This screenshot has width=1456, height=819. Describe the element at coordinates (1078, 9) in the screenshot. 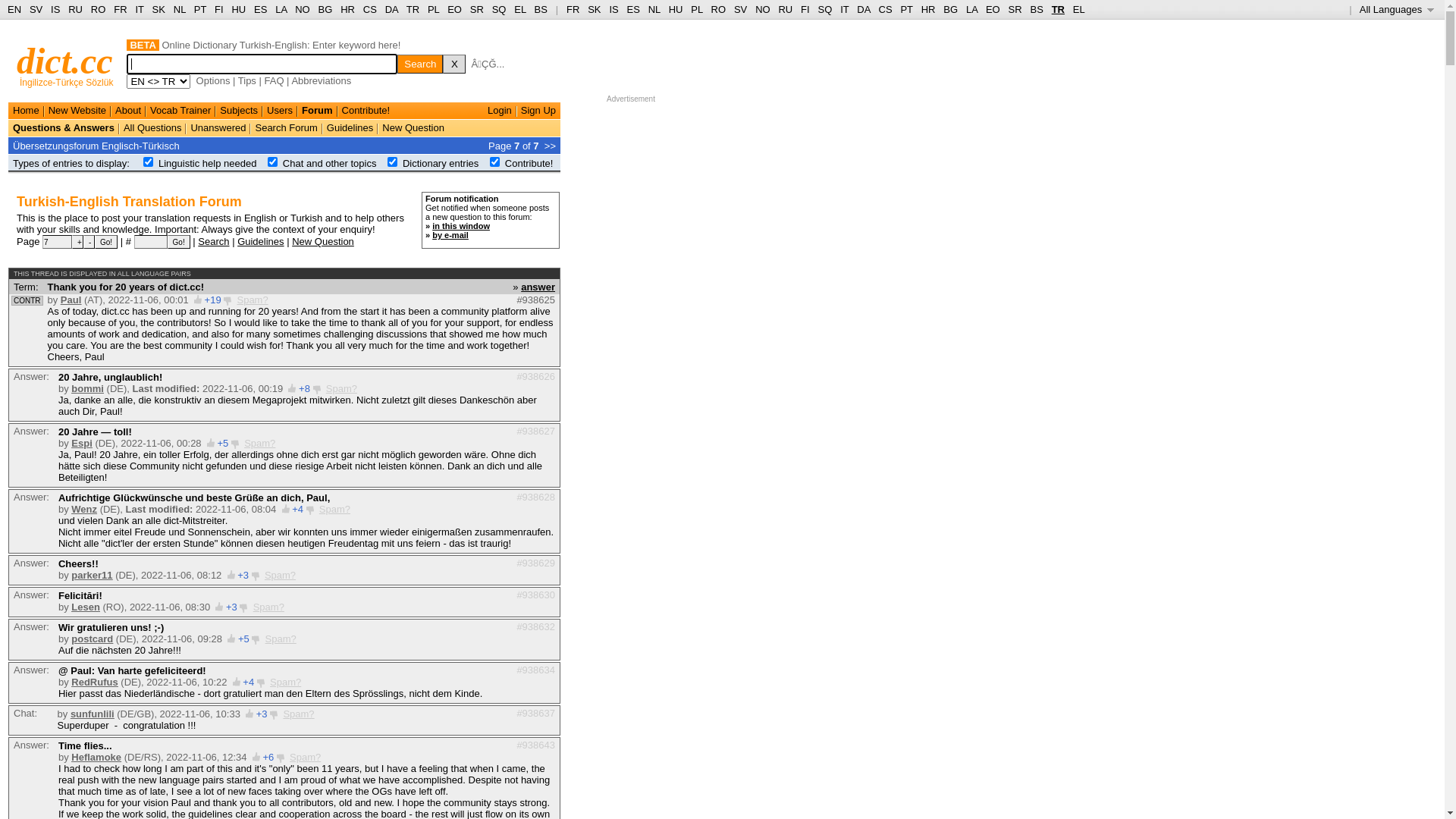

I see `'EL'` at that location.